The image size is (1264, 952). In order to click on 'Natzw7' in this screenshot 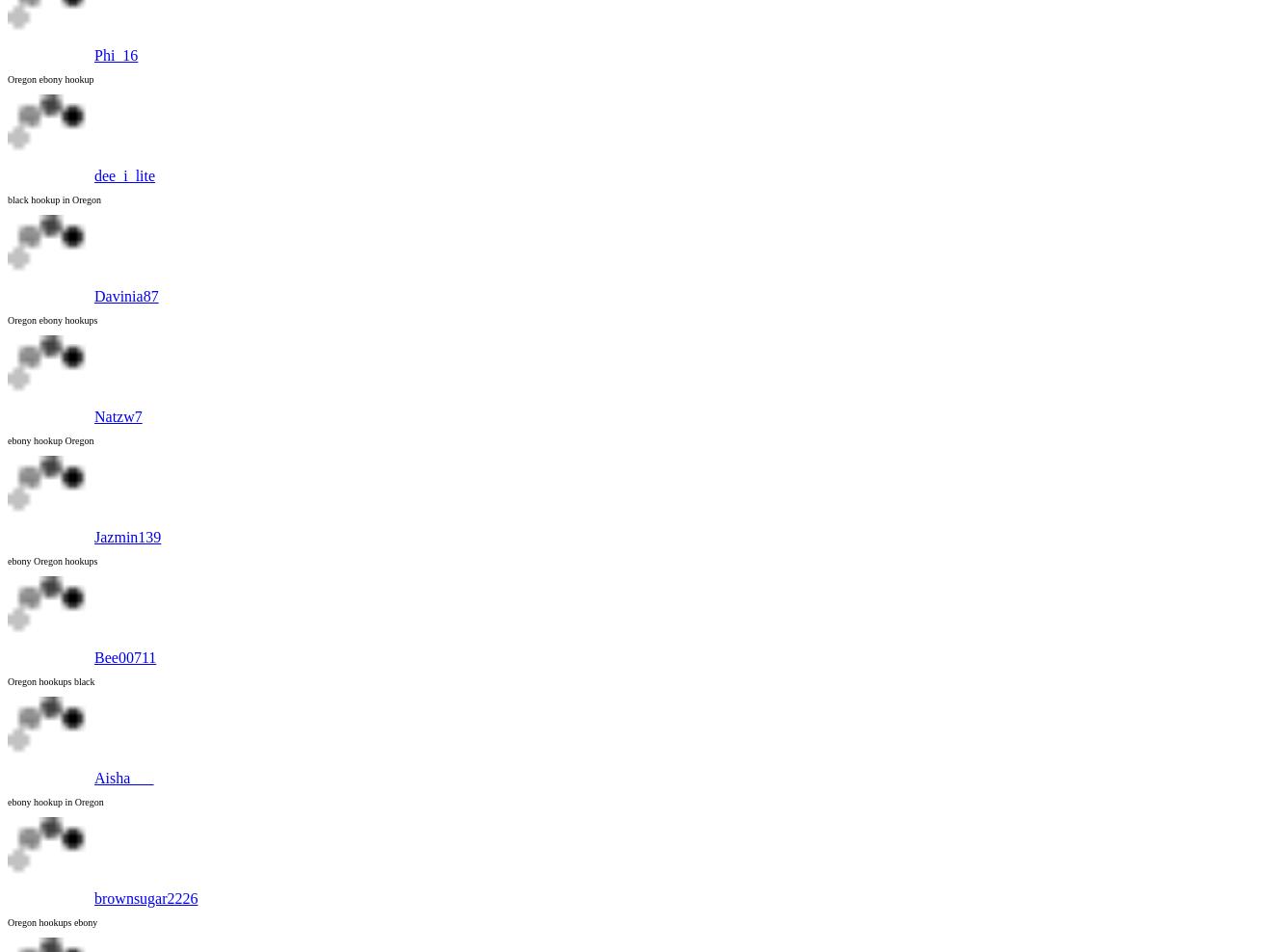, I will do `click(118, 415)`.